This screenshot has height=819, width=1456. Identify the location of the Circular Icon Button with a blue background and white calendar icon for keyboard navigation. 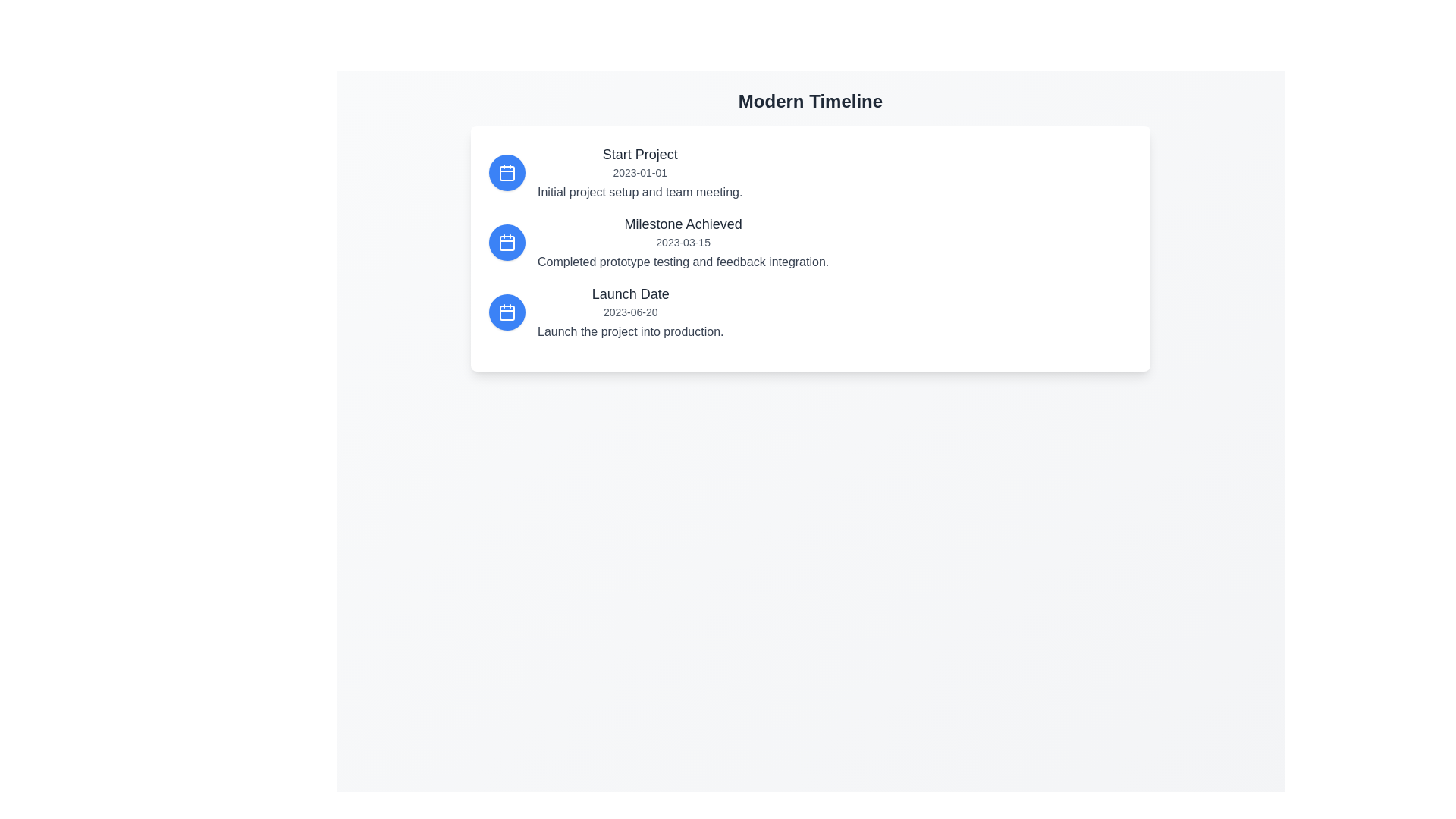
(507, 312).